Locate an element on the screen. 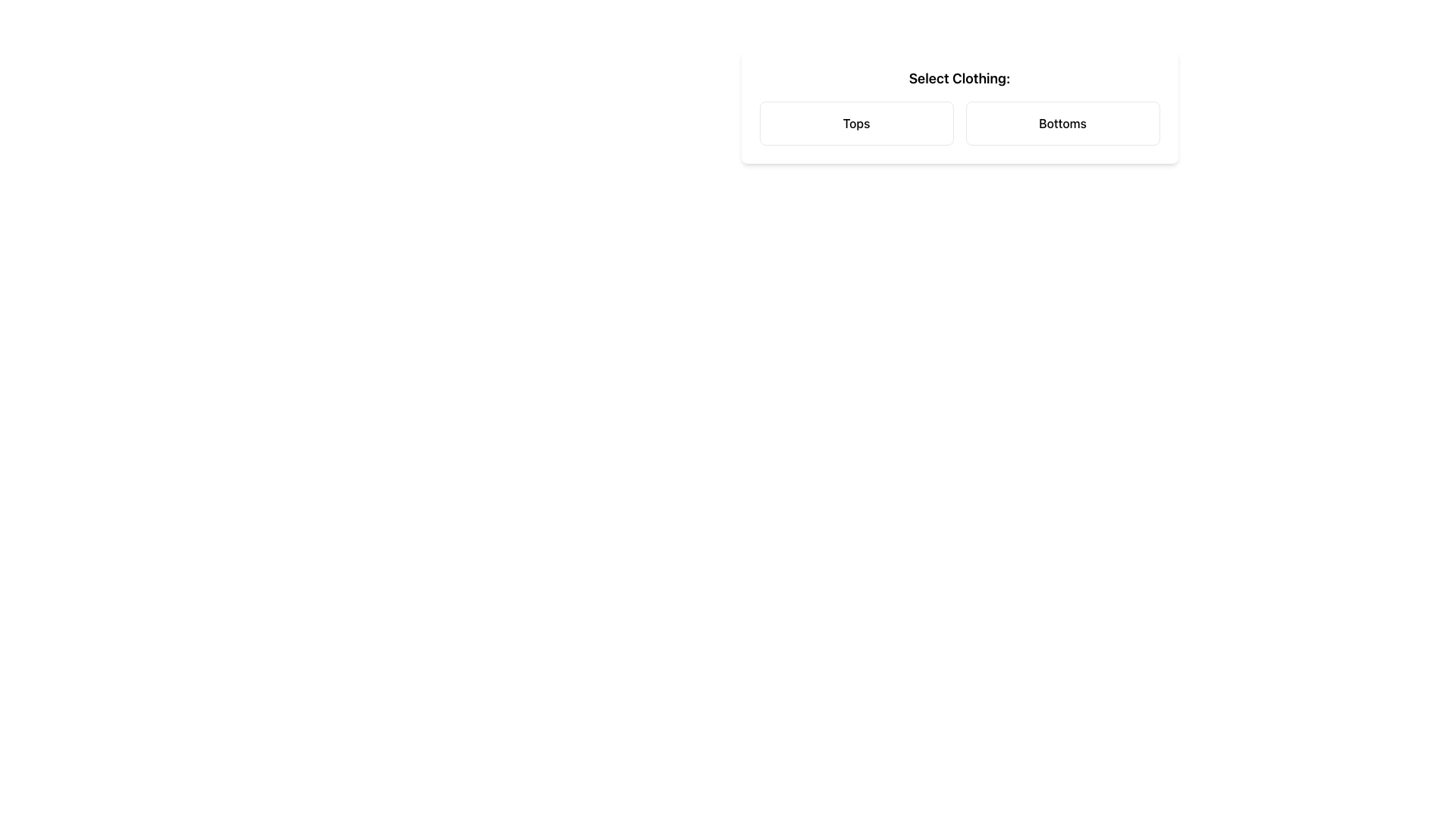  the 'Tops' and 'Bottoms' sections in the selection interface for preview effects is located at coordinates (959, 122).